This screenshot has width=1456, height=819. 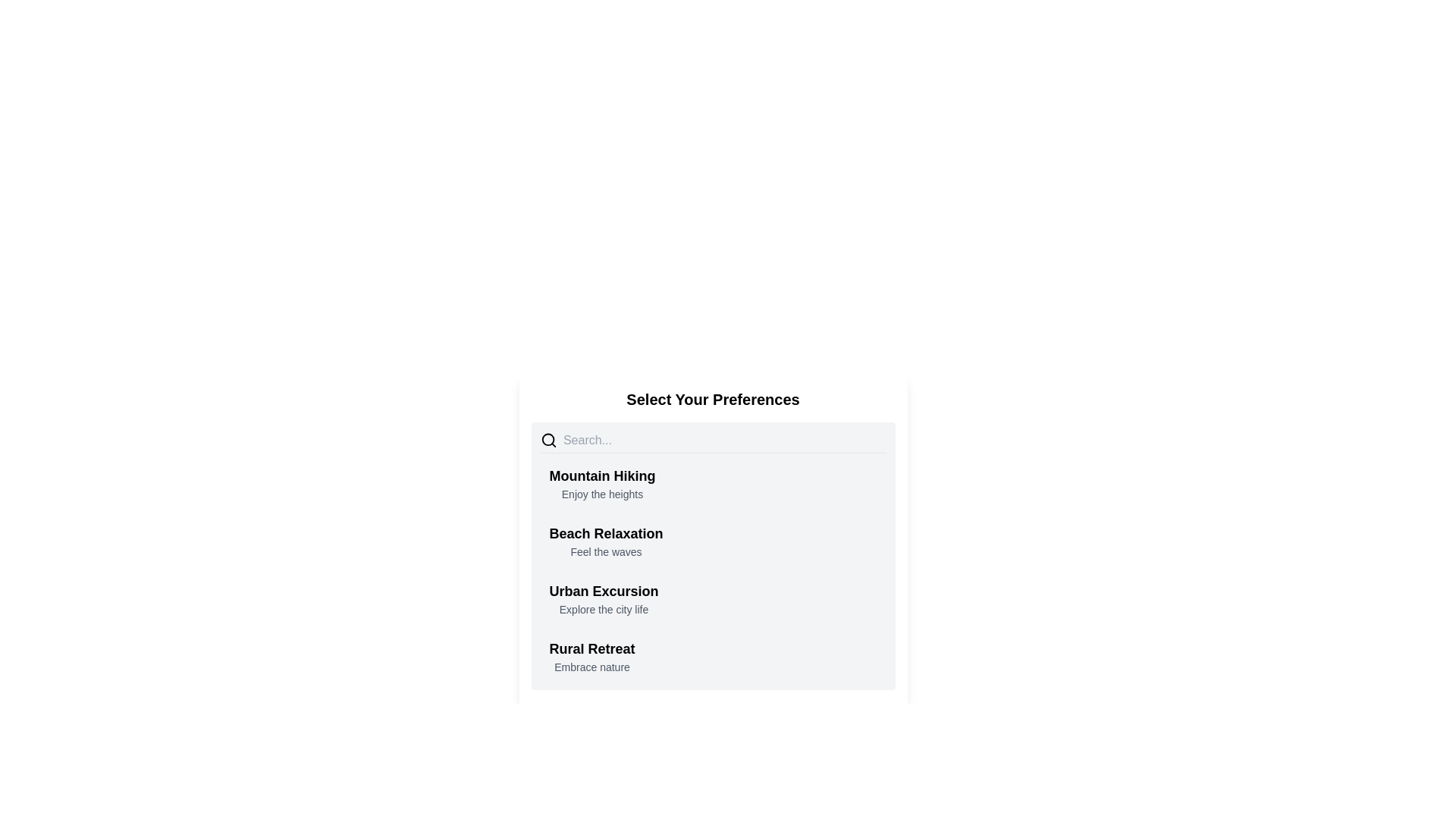 What do you see at coordinates (712, 442) in the screenshot?
I see `the search bar located at the top of the preferences section to focus on it` at bounding box center [712, 442].